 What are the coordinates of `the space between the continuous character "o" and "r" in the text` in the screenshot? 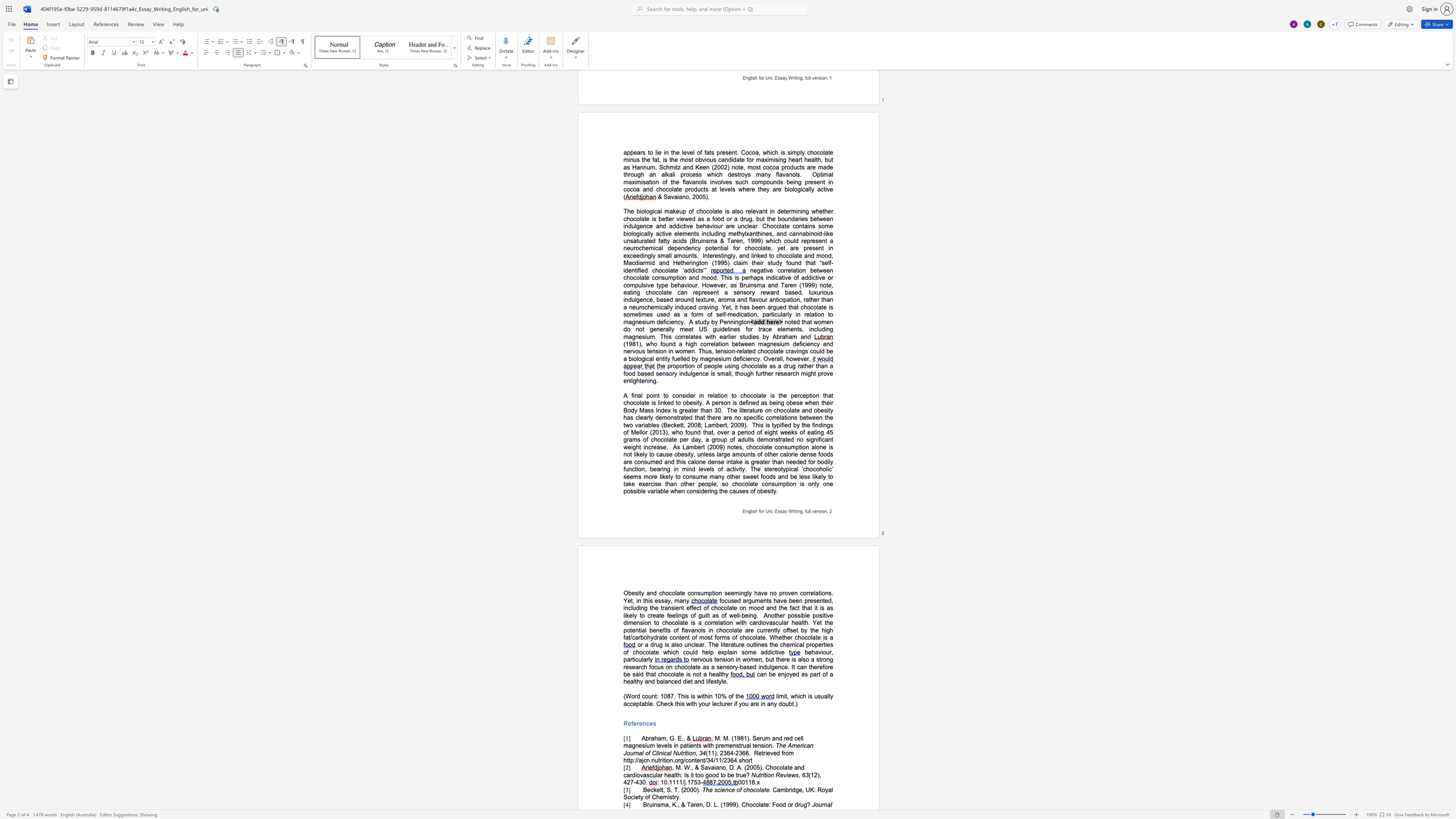 It's located at (762, 511).